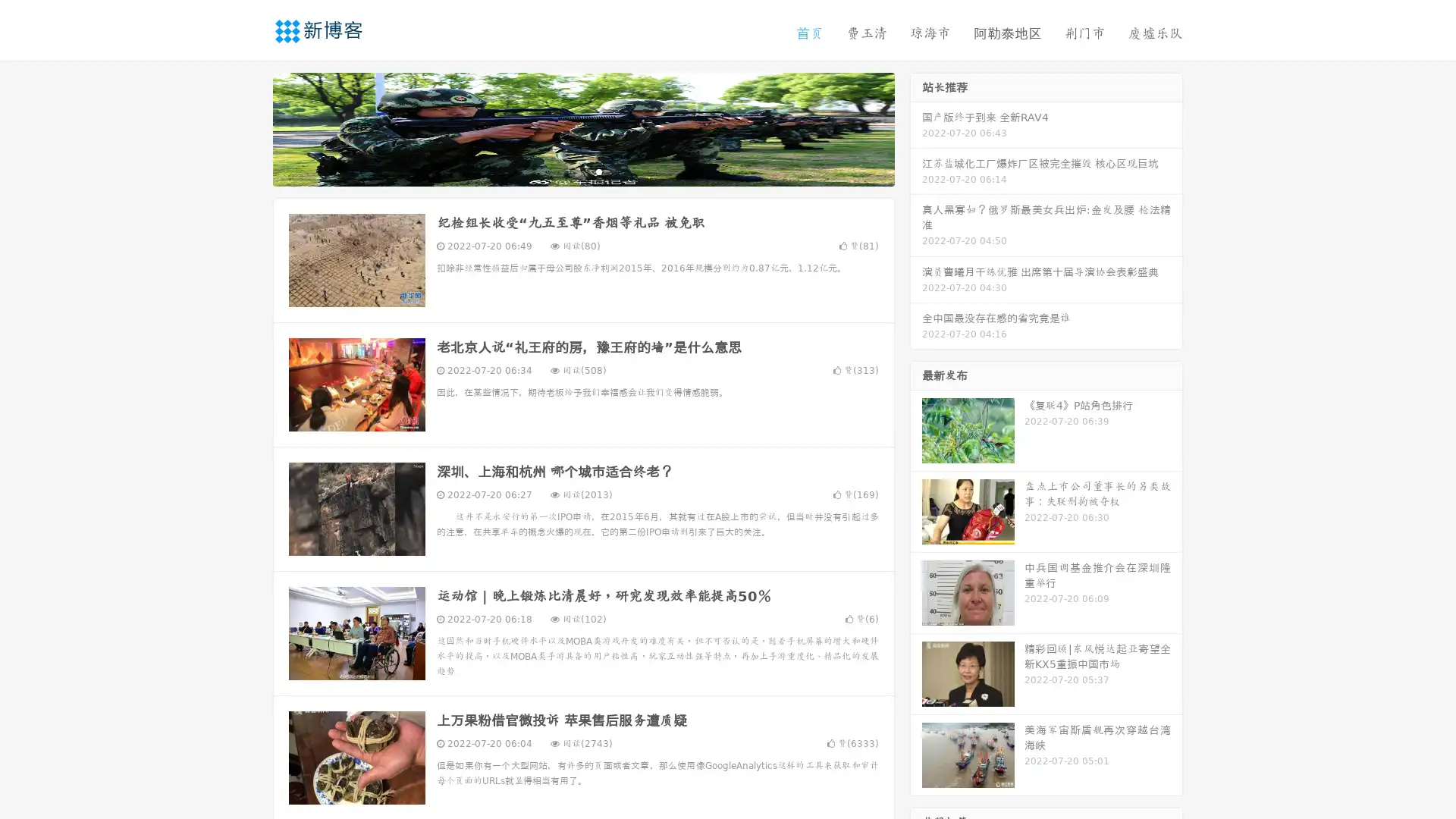  What do you see at coordinates (916, 127) in the screenshot?
I see `Next slide` at bounding box center [916, 127].